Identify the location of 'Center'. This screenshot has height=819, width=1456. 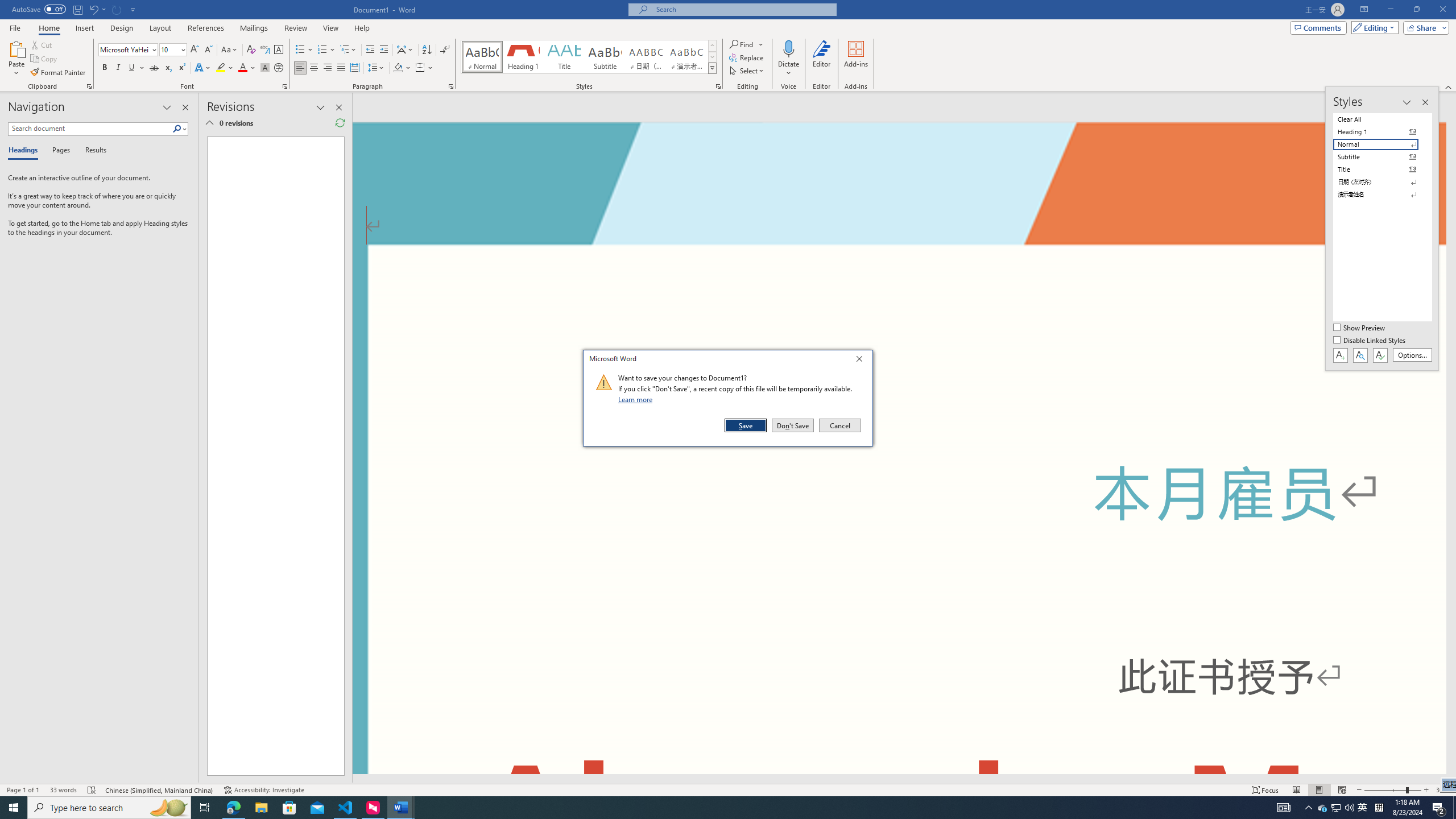
(313, 67).